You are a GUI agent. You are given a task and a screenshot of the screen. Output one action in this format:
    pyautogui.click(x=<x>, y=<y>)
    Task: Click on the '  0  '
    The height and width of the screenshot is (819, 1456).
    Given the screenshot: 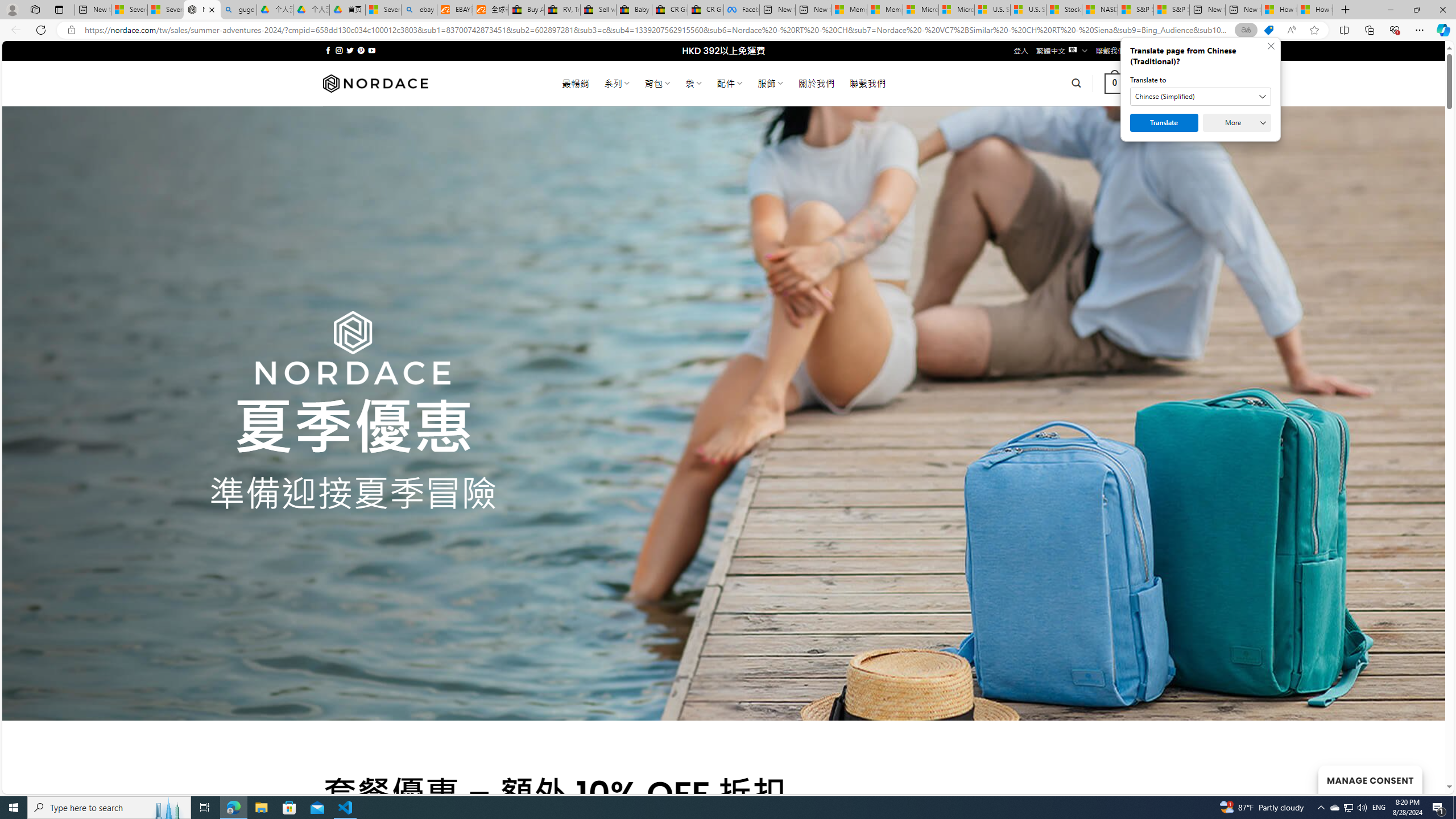 What is the action you would take?
    pyautogui.click(x=1115, y=82)
    